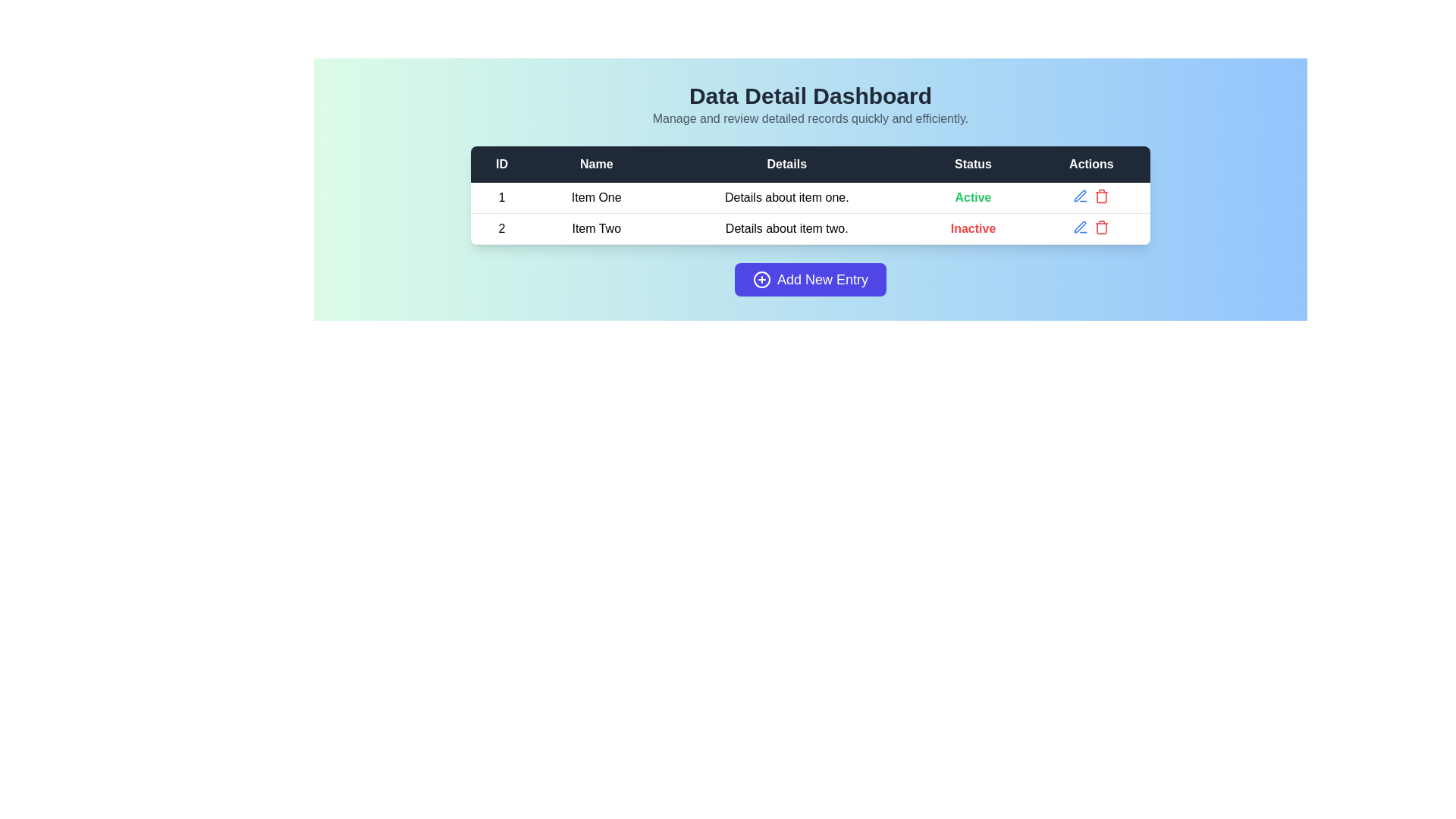  What do you see at coordinates (595, 228) in the screenshot?
I see `the text label 'Item Two' from the second row of the table under the 'Name' column` at bounding box center [595, 228].